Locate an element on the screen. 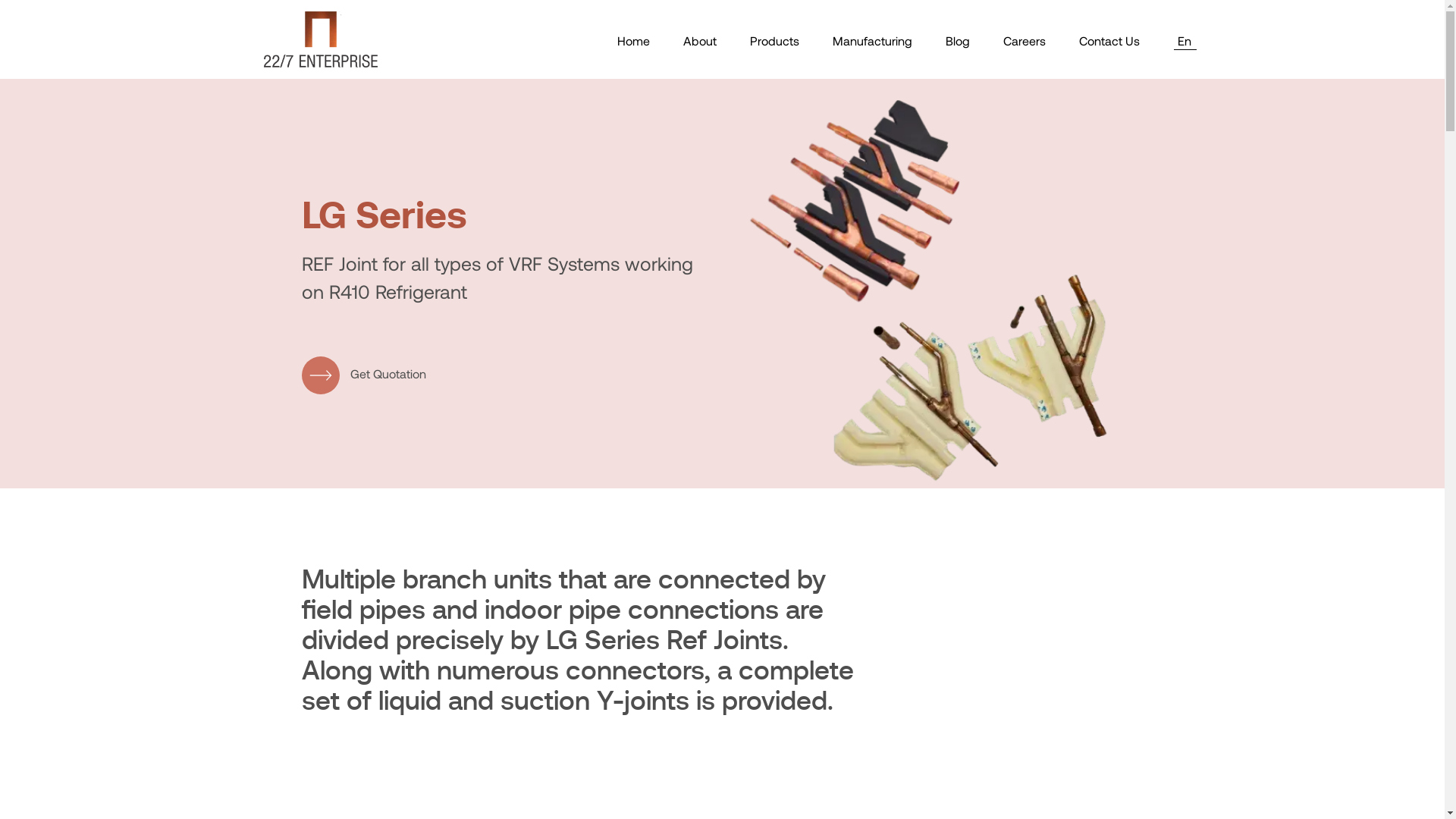 Image resolution: width=1456 pixels, height=819 pixels. 'Products' is located at coordinates (773, 39).